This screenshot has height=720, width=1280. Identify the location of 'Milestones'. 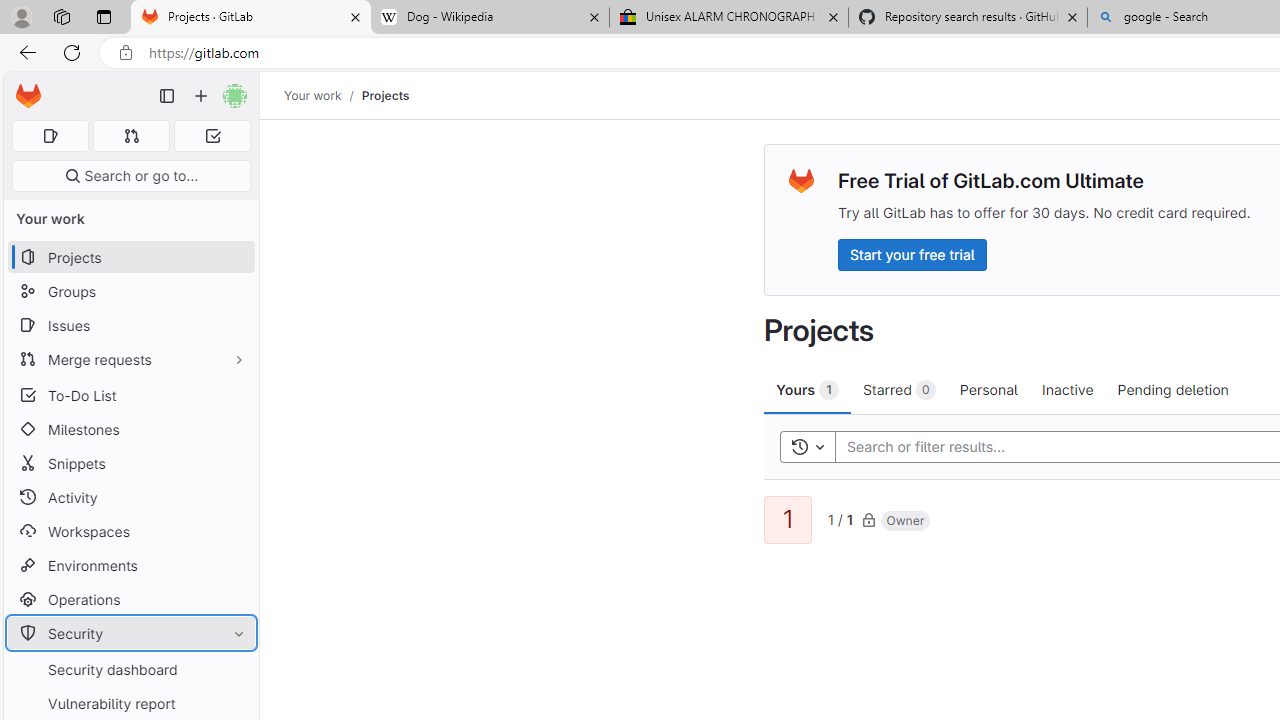
(130, 428).